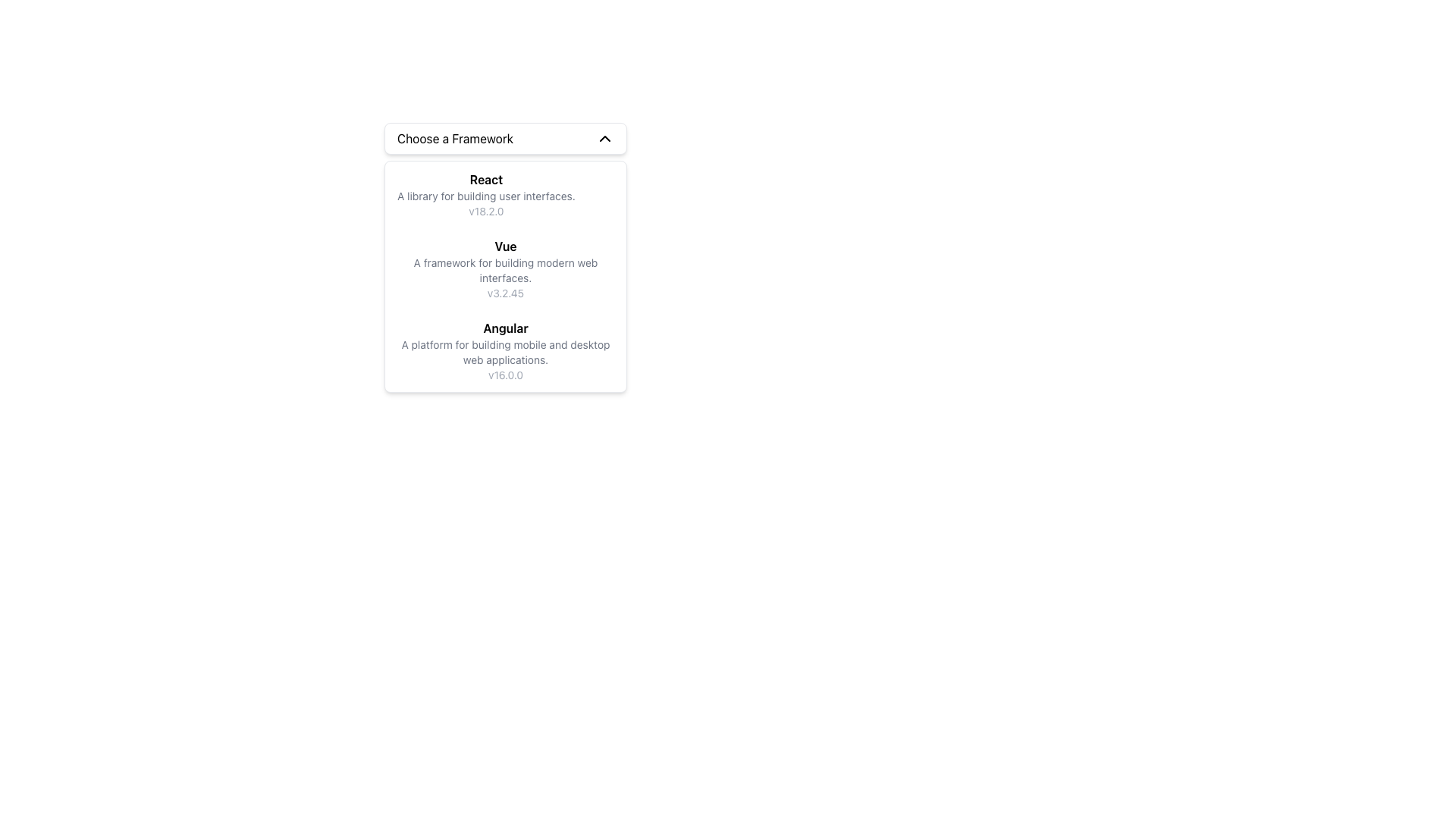 The width and height of the screenshot is (1456, 819). Describe the element at coordinates (506, 270) in the screenshot. I see `the informational text describing the 'Vue' framework, located below the heading 'Vue' and above the version text 'v3.2.45' in the dropdown menu` at that location.